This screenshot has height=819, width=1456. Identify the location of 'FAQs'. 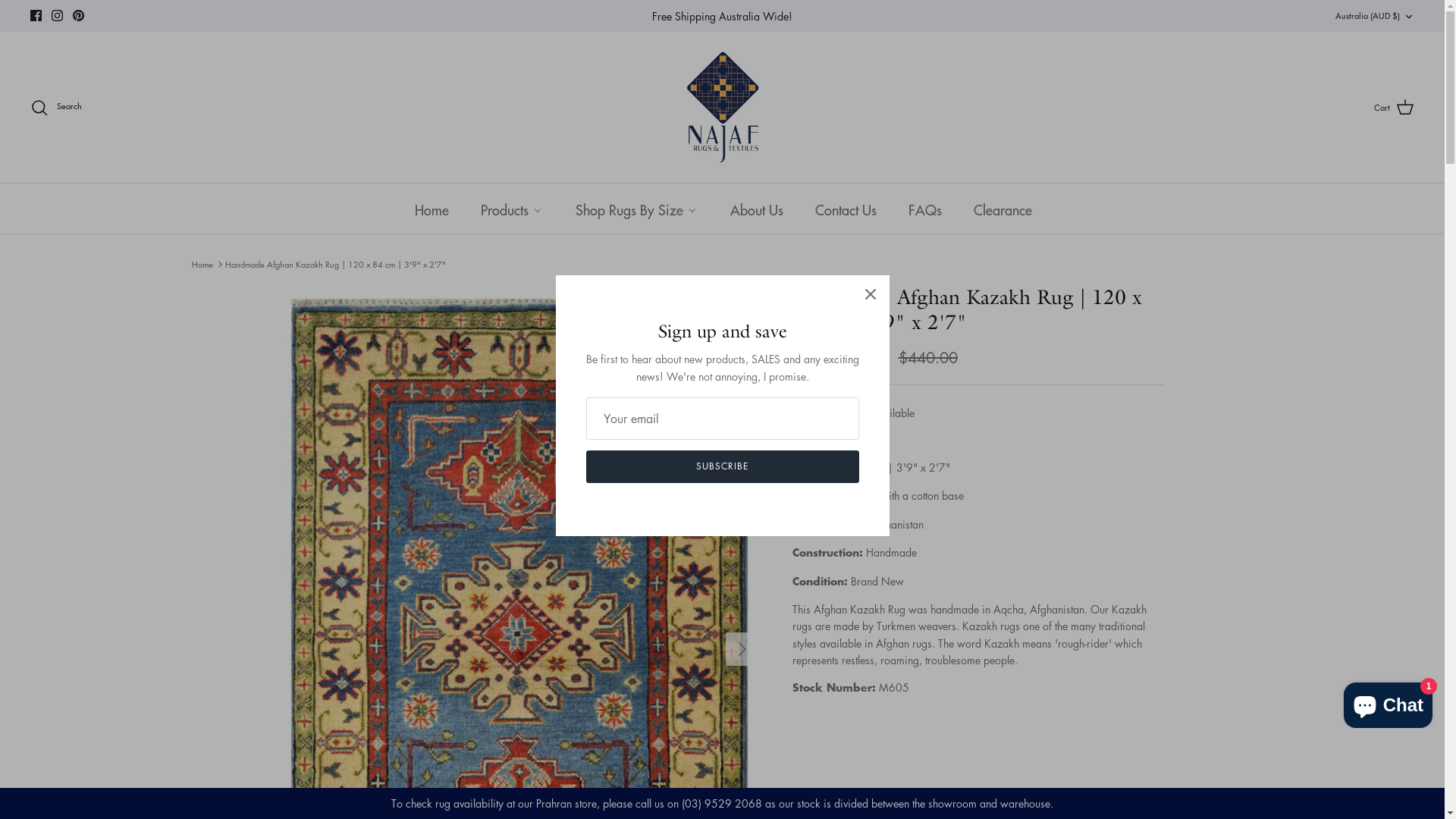
(924, 208).